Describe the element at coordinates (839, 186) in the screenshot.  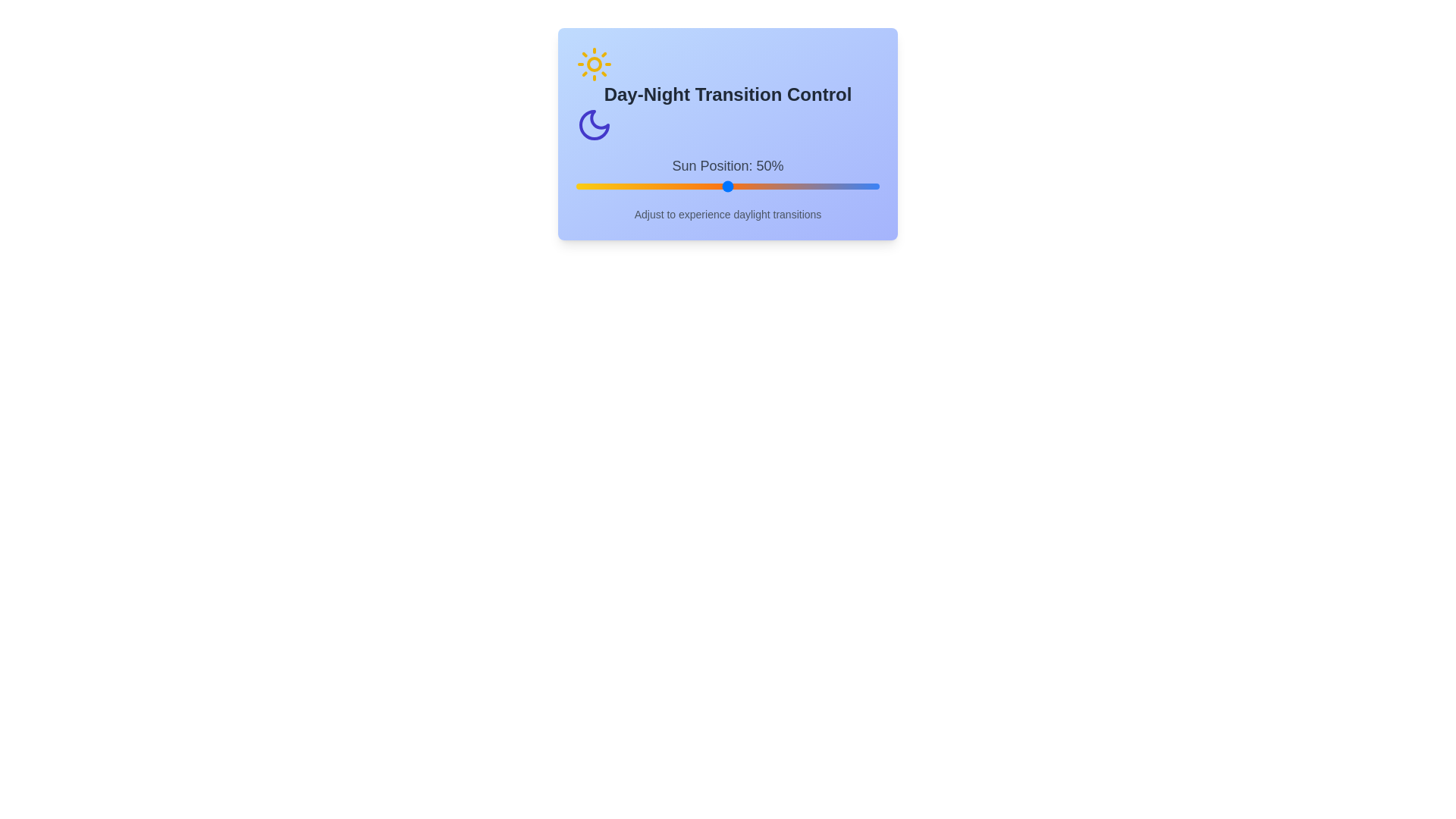
I see `the sun position to 87% by clicking on the slider track` at that location.